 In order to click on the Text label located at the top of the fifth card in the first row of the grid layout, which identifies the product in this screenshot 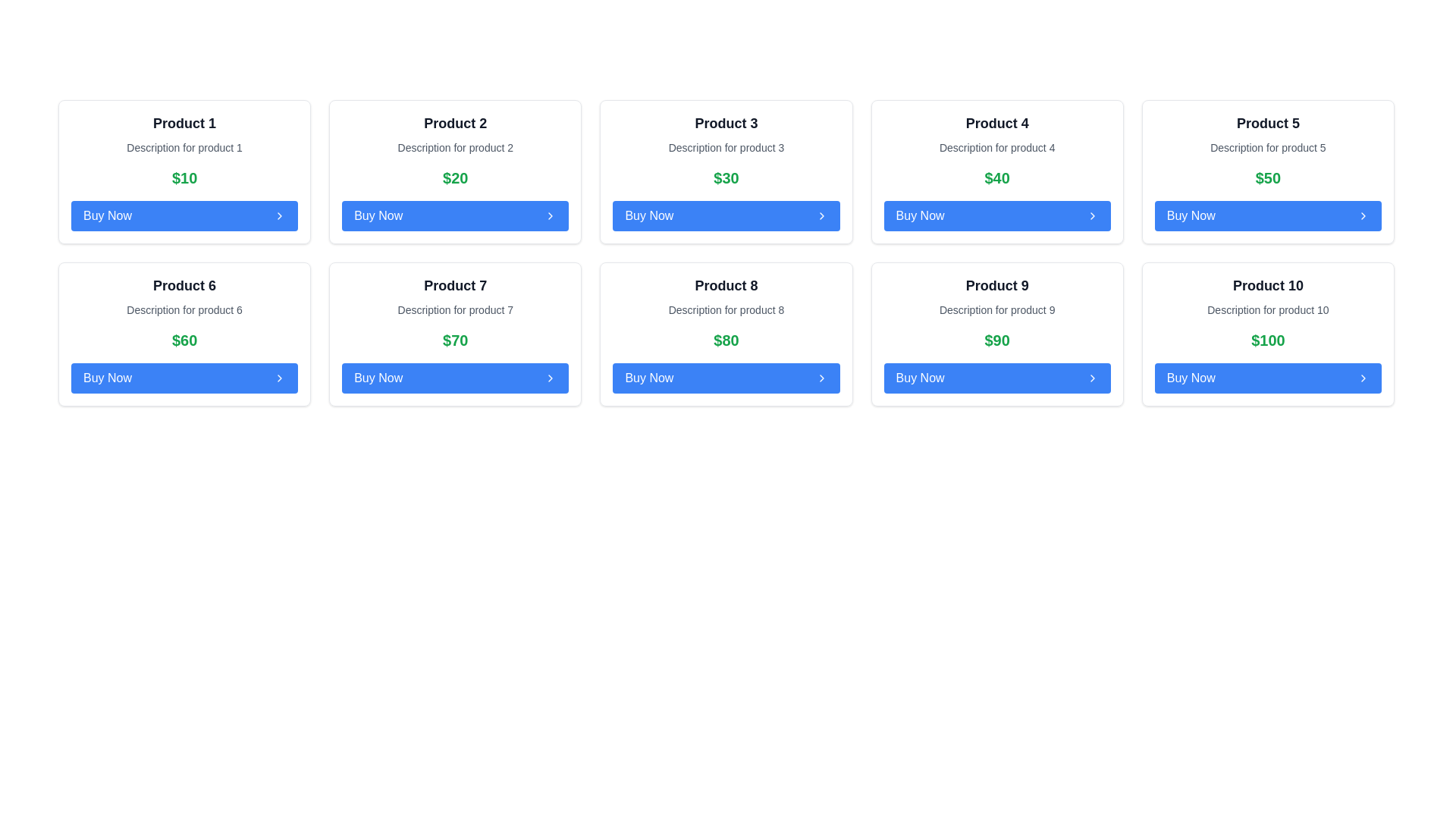, I will do `click(1268, 122)`.